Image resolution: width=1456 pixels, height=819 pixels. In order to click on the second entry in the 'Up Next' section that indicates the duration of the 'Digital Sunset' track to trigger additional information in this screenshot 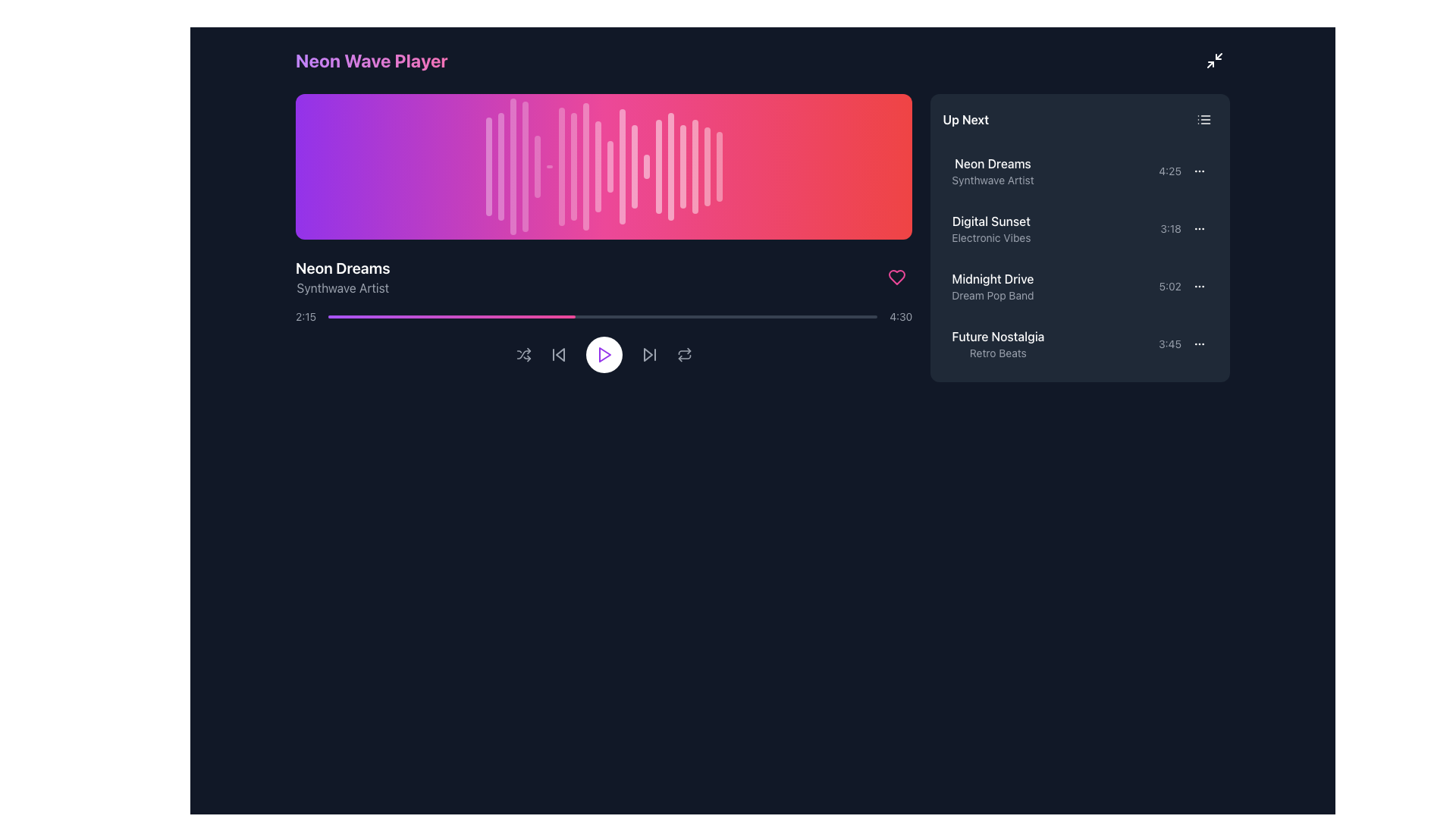, I will do `click(1184, 228)`.